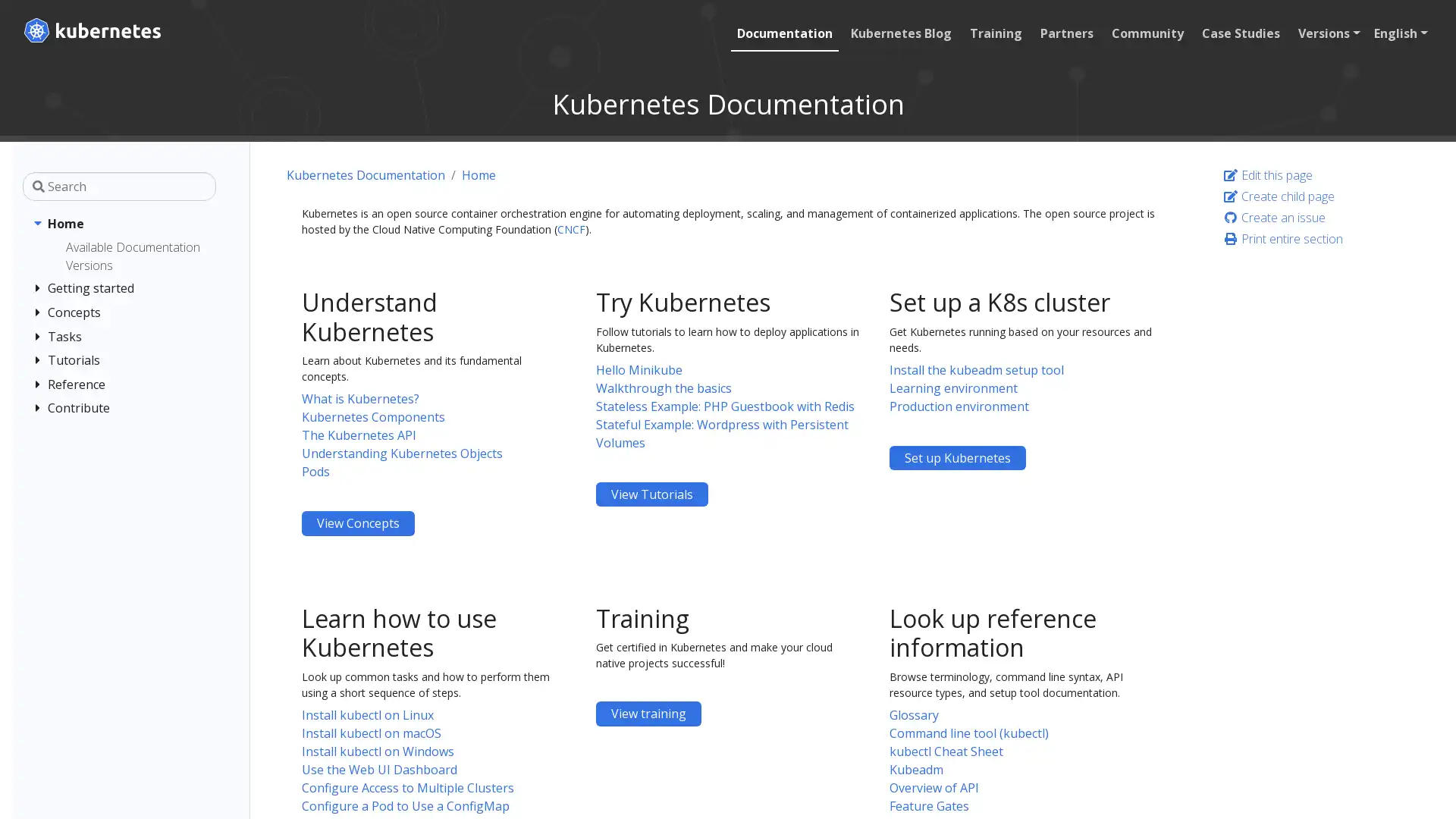 The image size is (1456, 819). Describe the element at coordinates (651, 494) in the screenshot. I see `Try Kubernetes` at that location.